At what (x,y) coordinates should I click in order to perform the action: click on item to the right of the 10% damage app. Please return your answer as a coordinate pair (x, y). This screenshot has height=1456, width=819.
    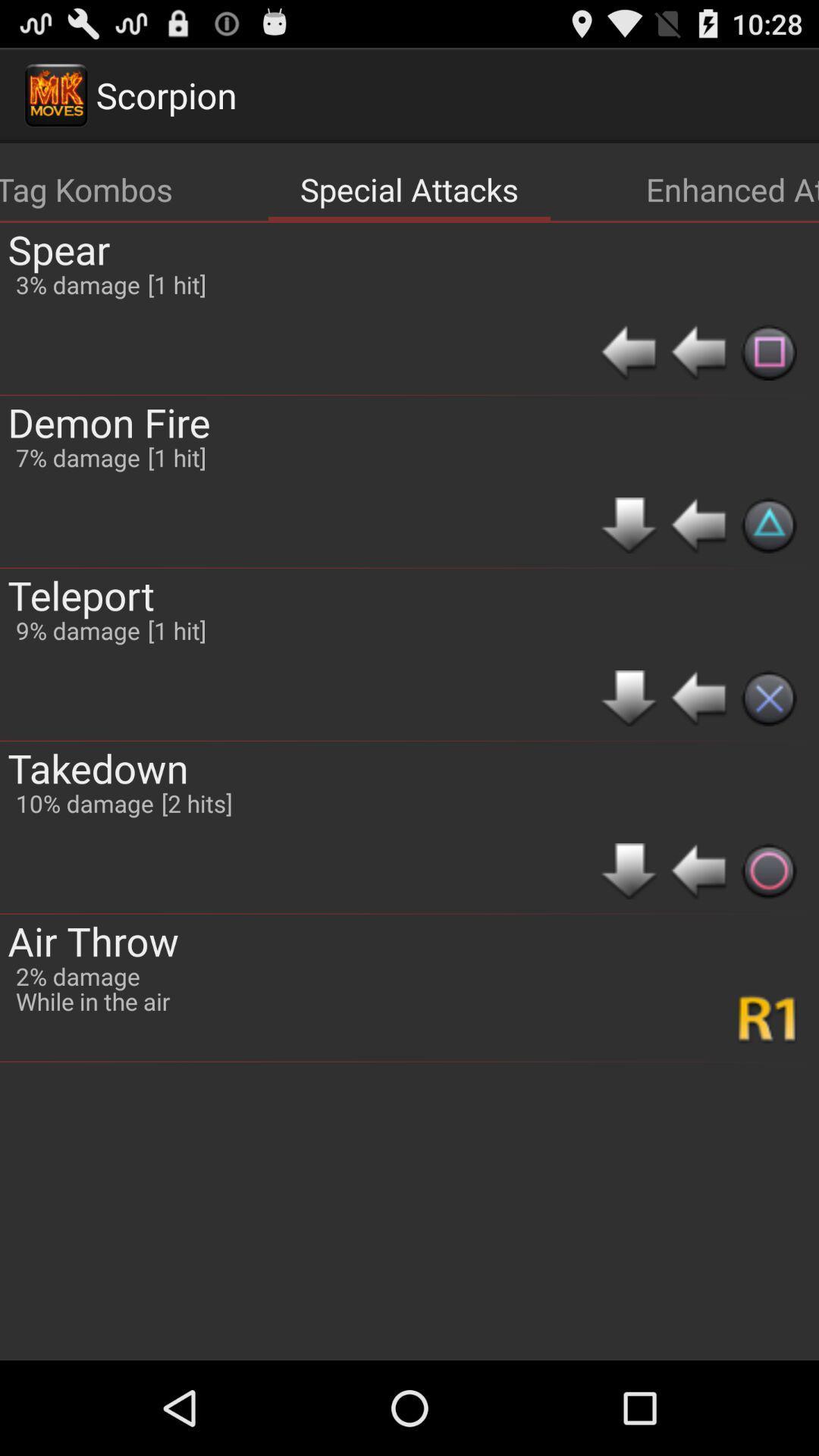
    Looking at the image, I should click on (196, 802).